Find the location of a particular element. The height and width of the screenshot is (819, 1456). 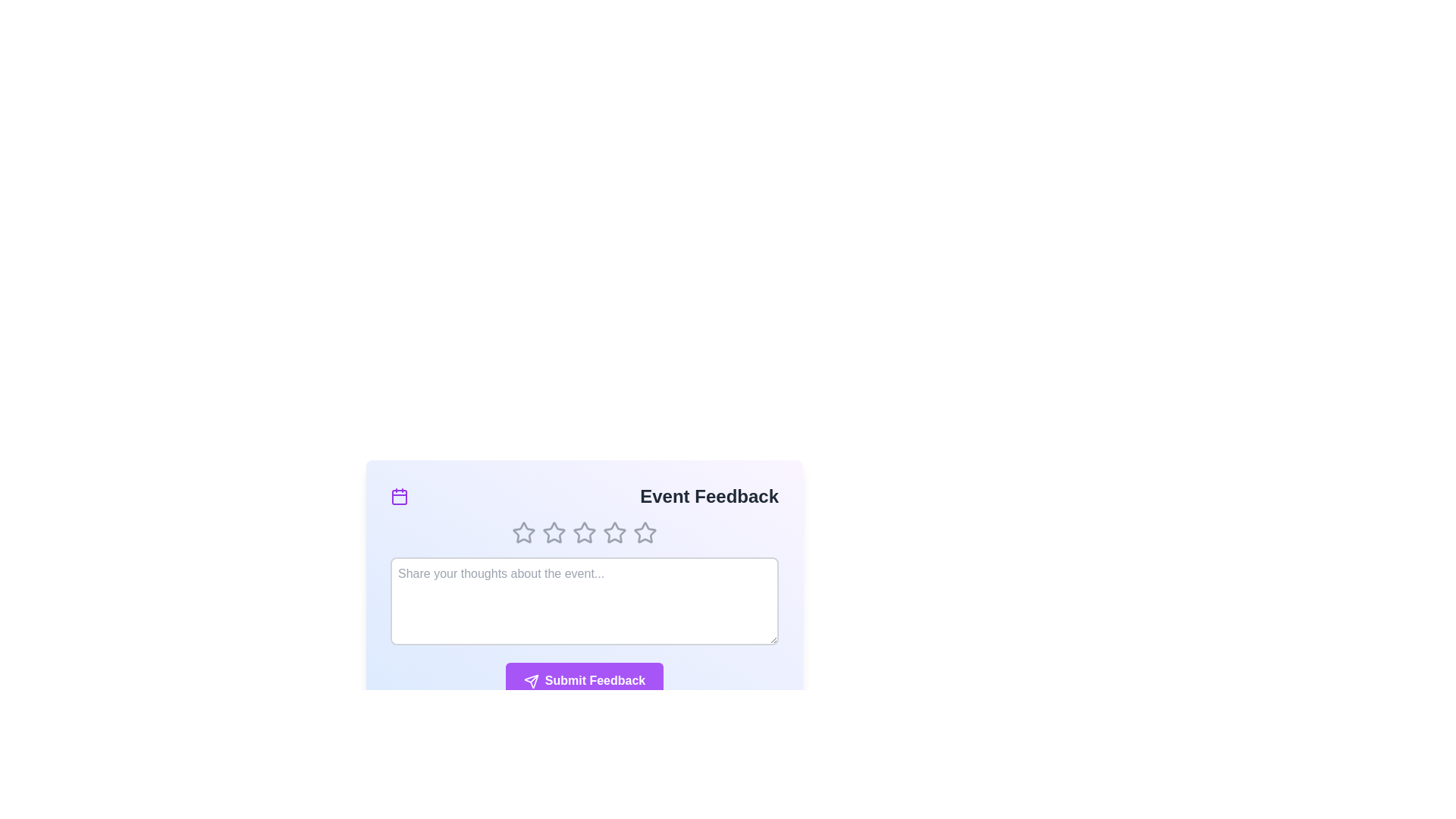

the interactive star icon located on the rightmost side of the rating component under the 'Event Feedback' heading is located at coordinates (645, 532).